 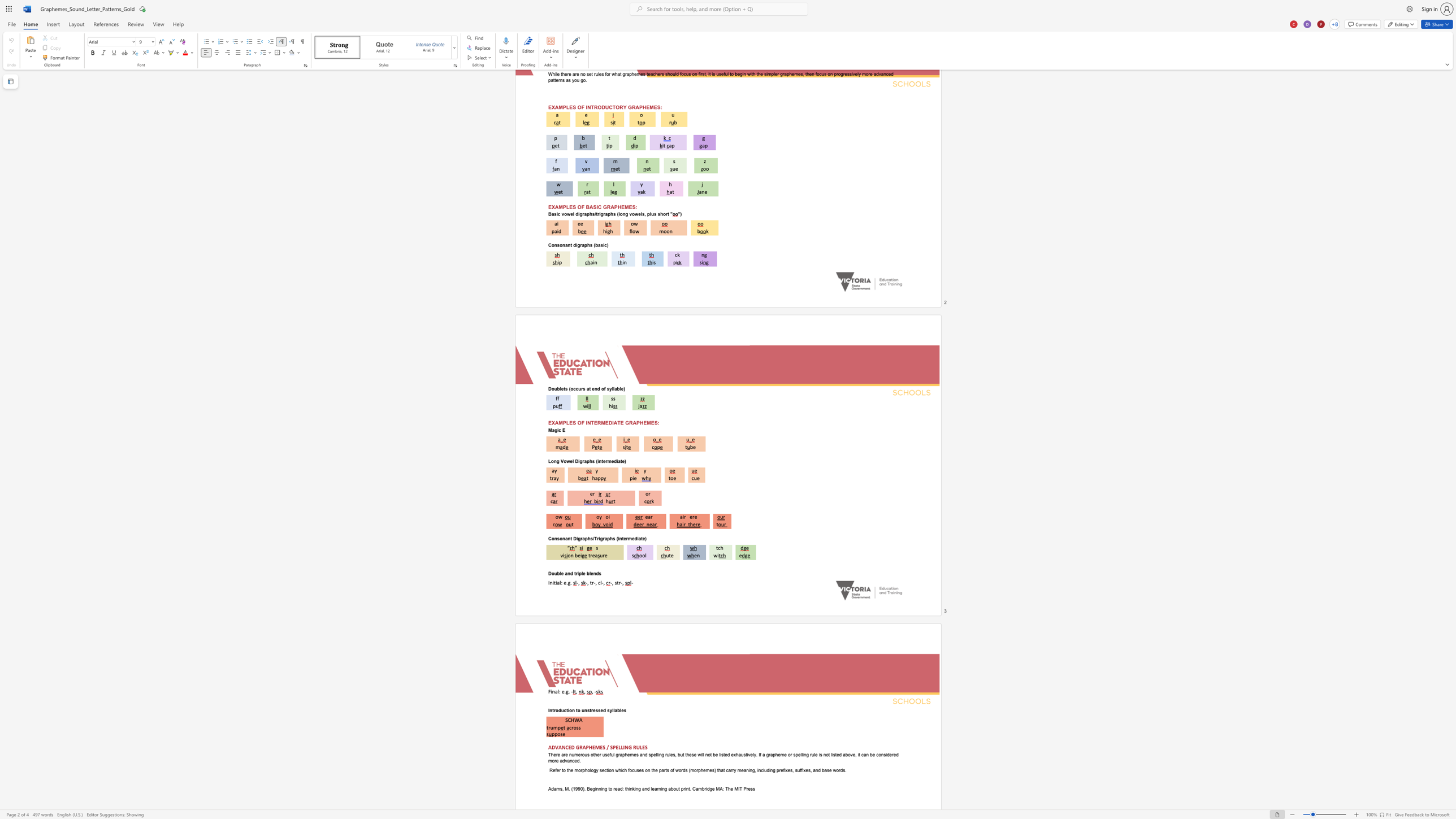 I want to click on the space between the continuous character "d" and "i" in the text, so click(x=768, y=770).